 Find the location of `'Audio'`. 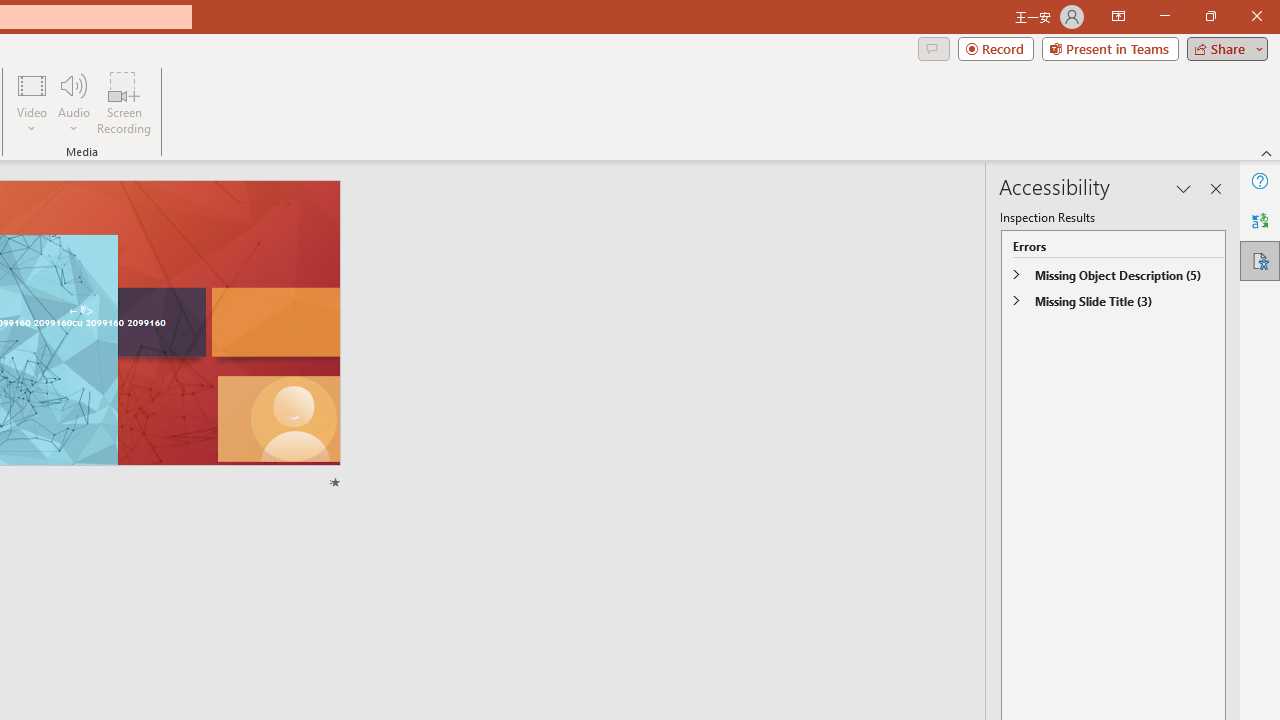

'Audio' is located at coordinates (73, 103).